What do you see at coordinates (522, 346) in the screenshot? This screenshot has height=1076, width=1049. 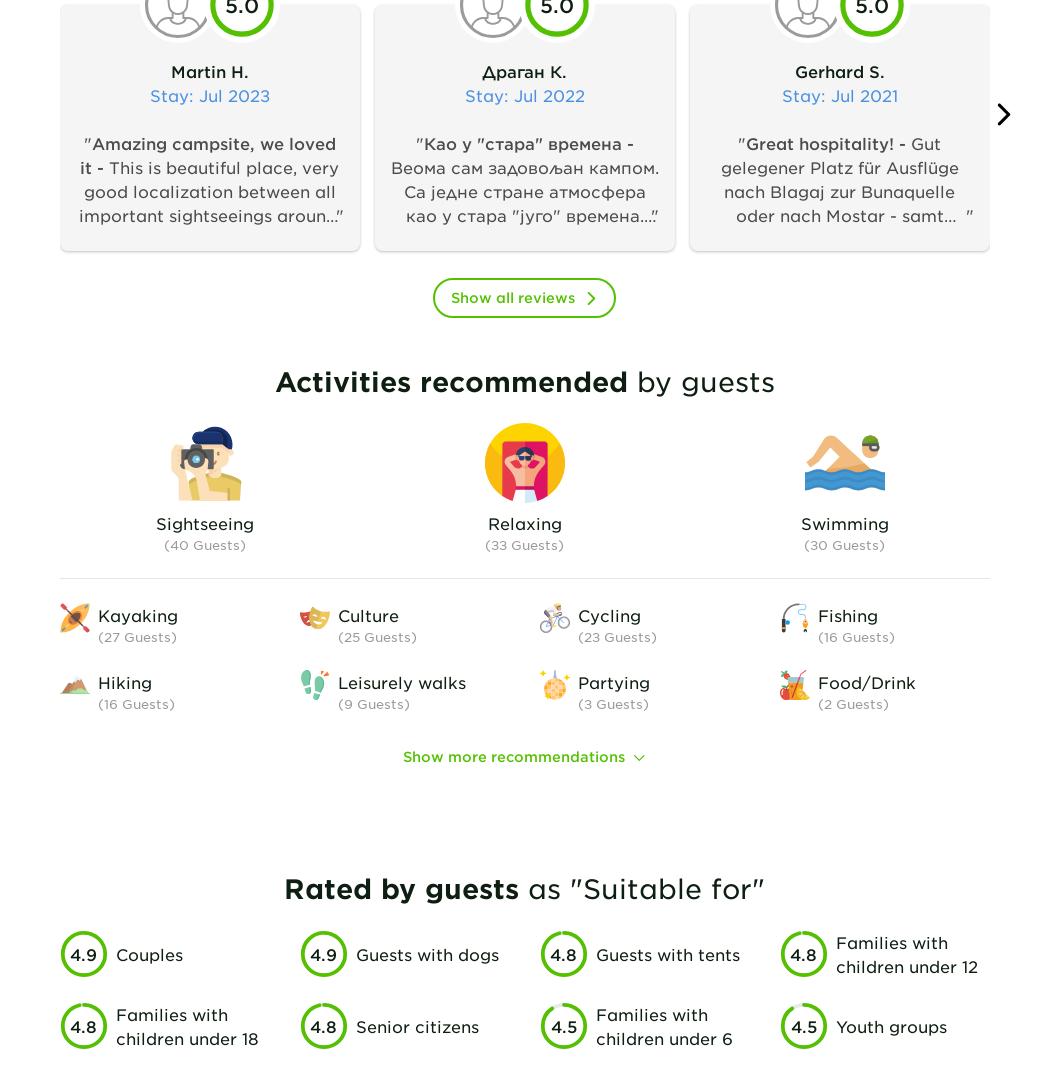 I see `'Веома сам задовољан кампом. Са једне стране атмосфера као у стара "југо" времена. Осећаш се безбедно, опуштено, међу пријатељима. Са друге стране све је на услузи, чисто и функционално, тоалети, кухиња... За младе Wf за нешто старије романтична обала реке. Све што вреди у долини Неретве на дохват руке: Благај, Житомислић, Почитељ и наравно Мостар. Када поново прођем кроз Мостар - ово је камп за мене.'` at bounding box center [522, 346].